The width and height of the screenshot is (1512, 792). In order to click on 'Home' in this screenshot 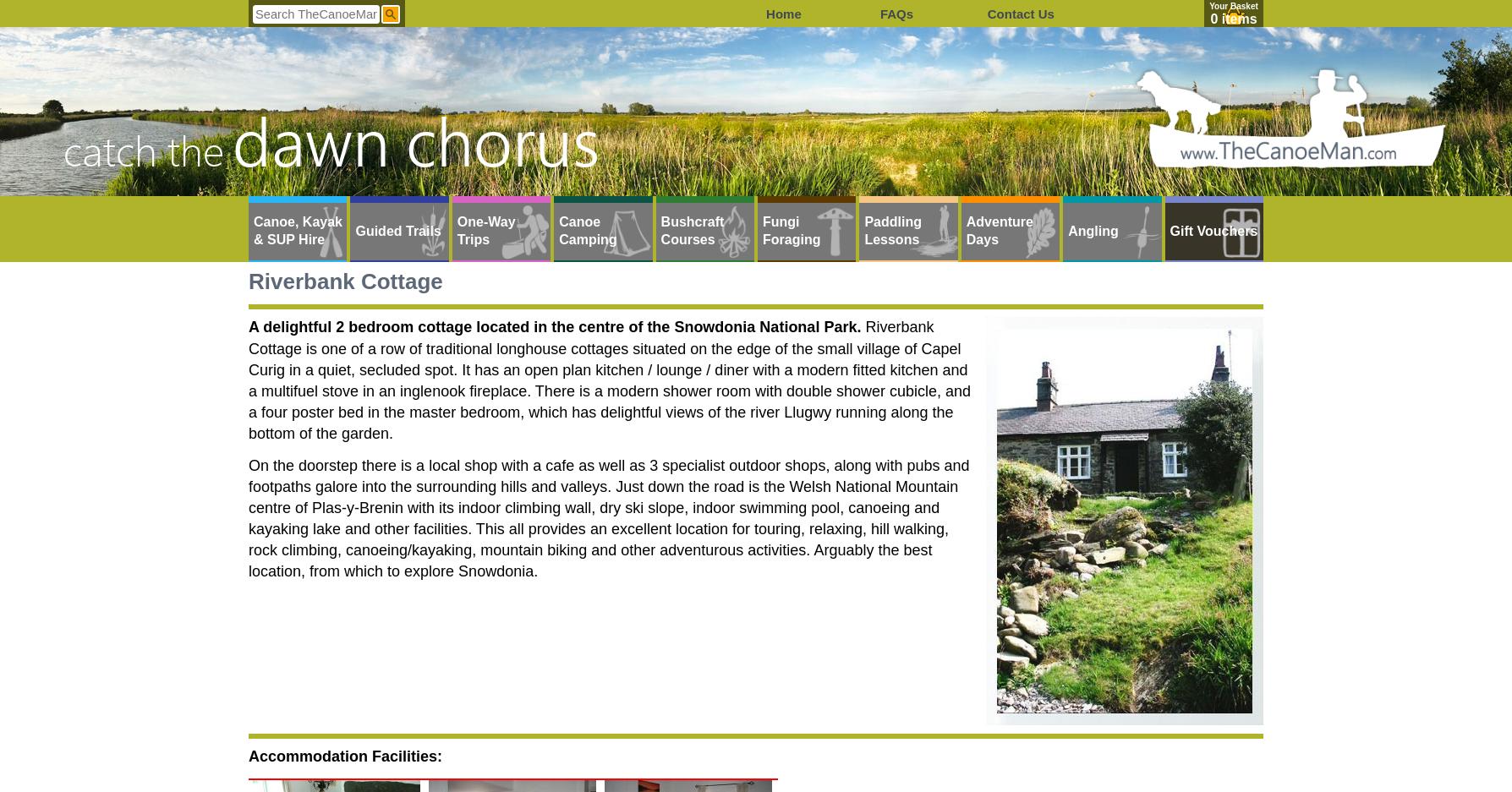, I will do `click(783, 13)`.